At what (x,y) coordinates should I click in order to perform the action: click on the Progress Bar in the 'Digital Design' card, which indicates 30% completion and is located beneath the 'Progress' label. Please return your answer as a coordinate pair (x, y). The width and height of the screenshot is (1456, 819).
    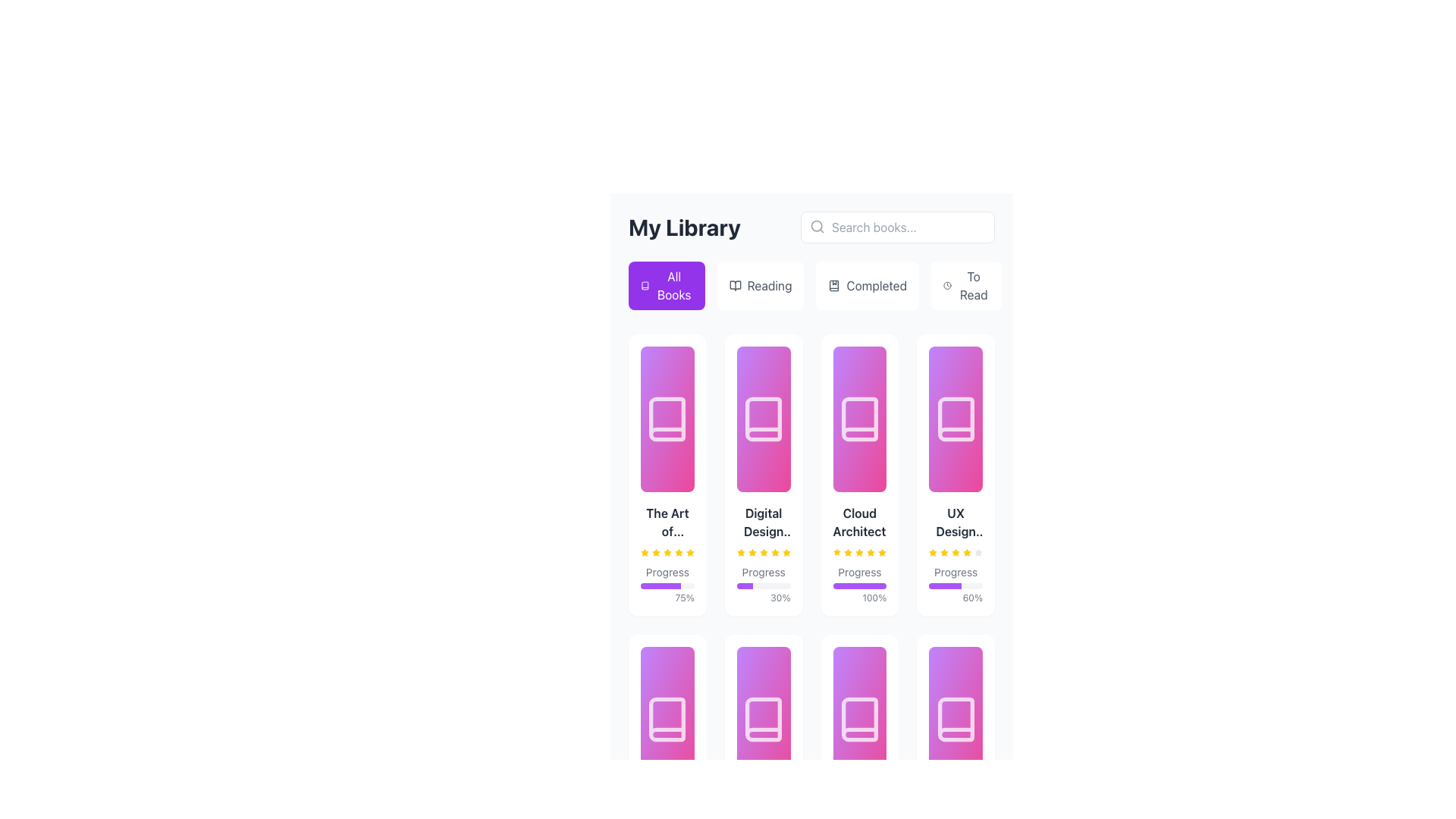
    Looking at the image, I should click on (764, 585).